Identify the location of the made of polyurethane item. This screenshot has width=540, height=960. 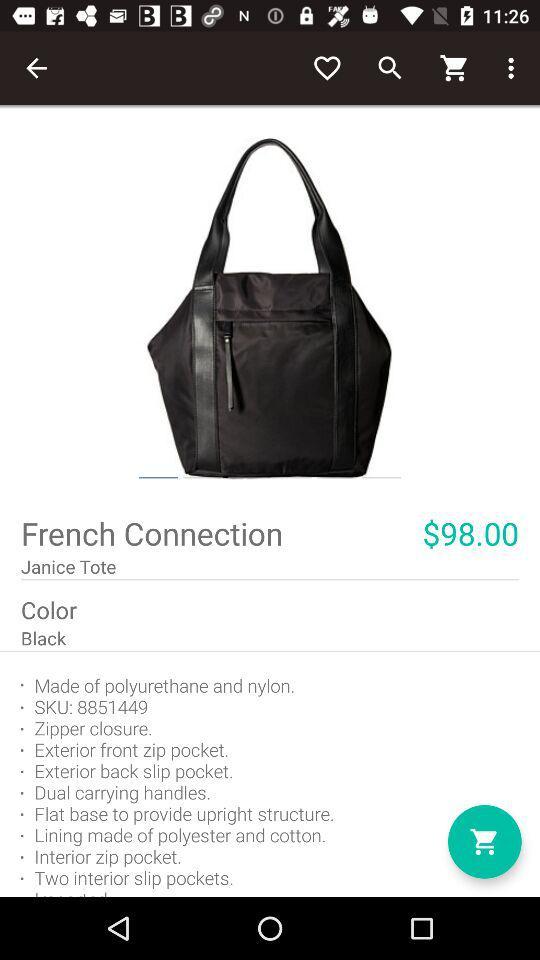
(270, 773).